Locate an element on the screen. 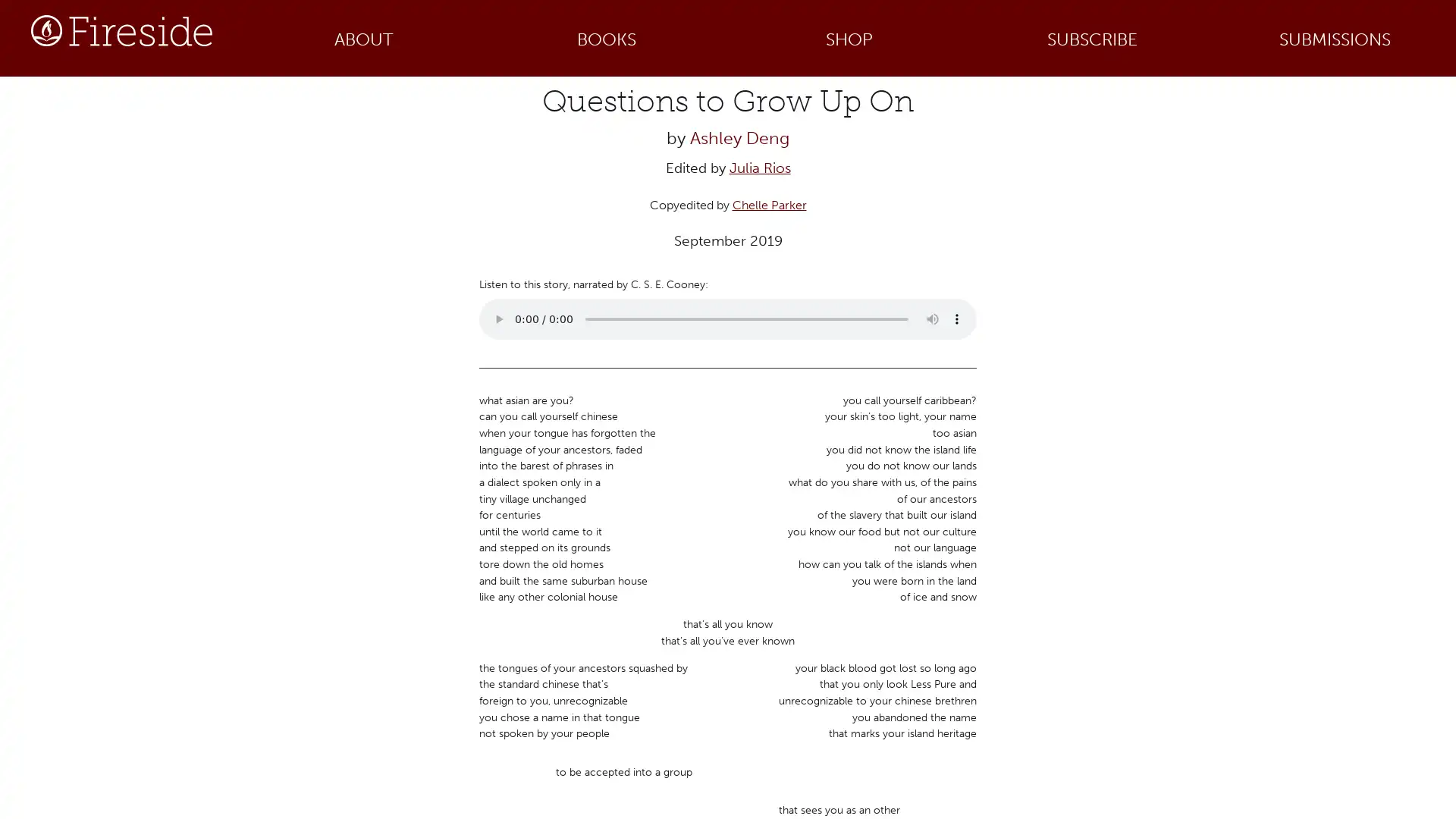 This screenshot has width=1456, height=819. play is located at coordinates (498, 318).